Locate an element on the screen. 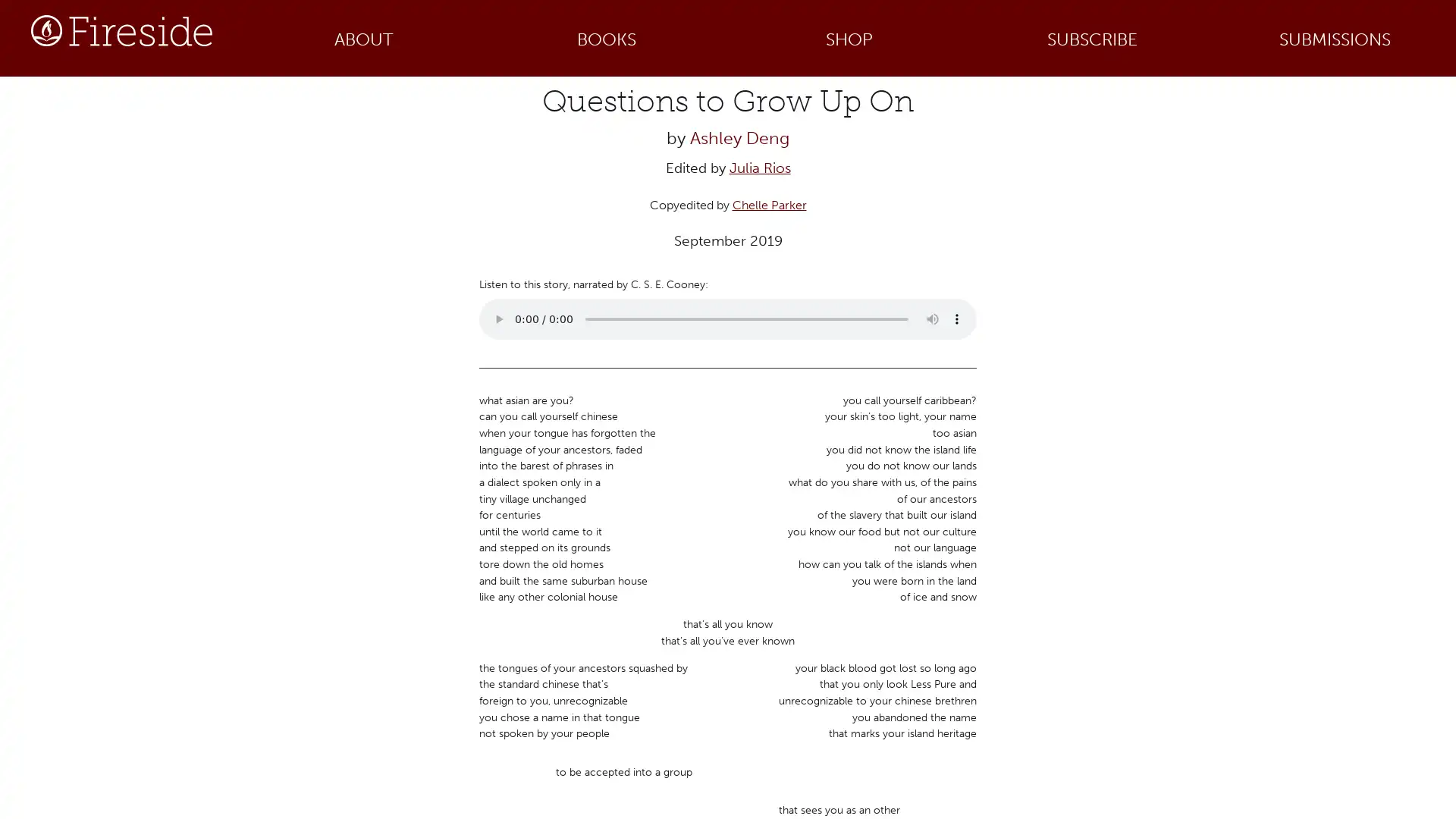 This screenshot has width=1456, height=819. play is located at coordinates (498, 318).